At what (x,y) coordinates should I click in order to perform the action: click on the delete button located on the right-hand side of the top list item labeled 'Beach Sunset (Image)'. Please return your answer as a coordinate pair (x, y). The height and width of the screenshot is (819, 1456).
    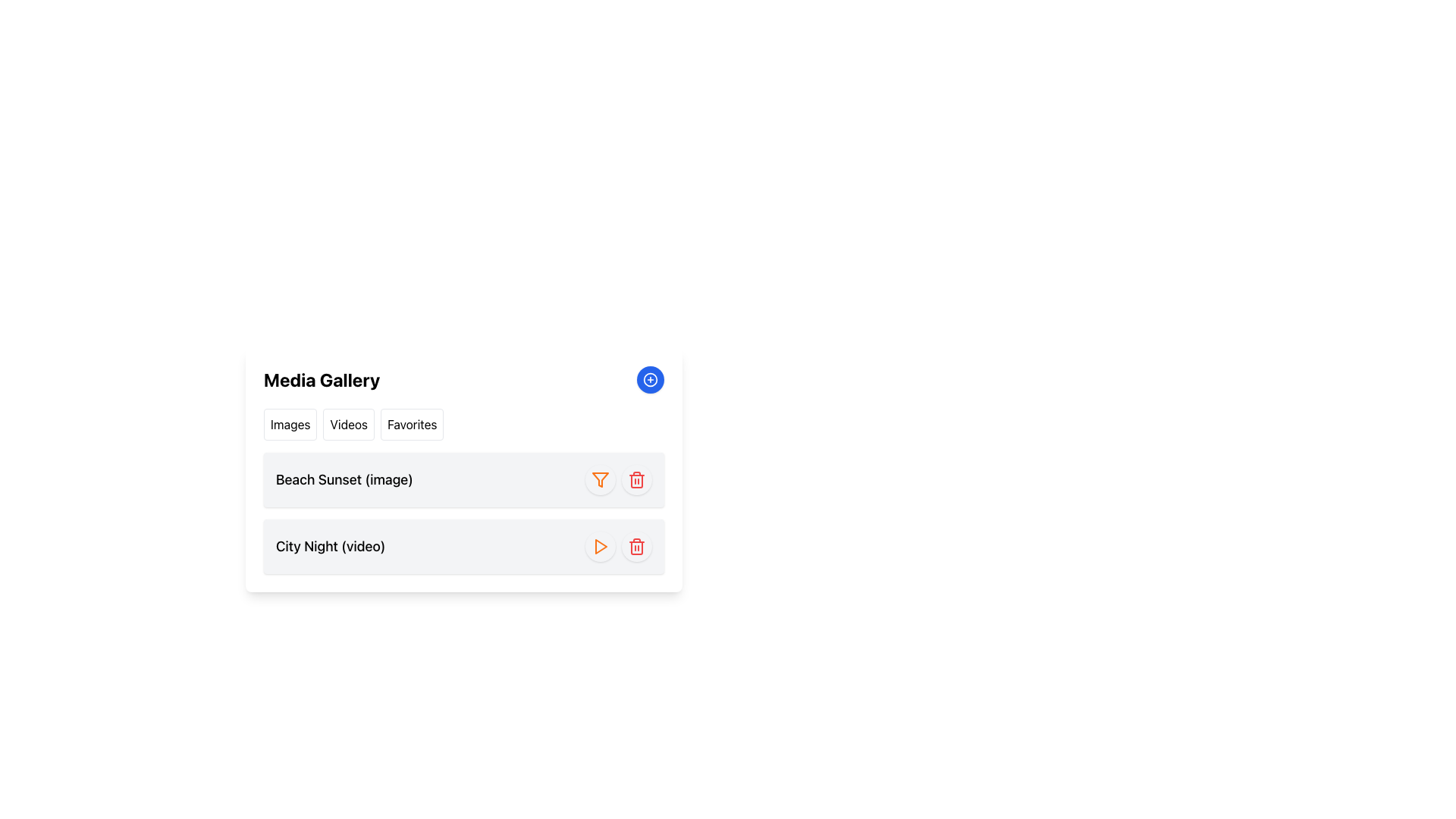
    Looking at the image, I should click on (637, 479).